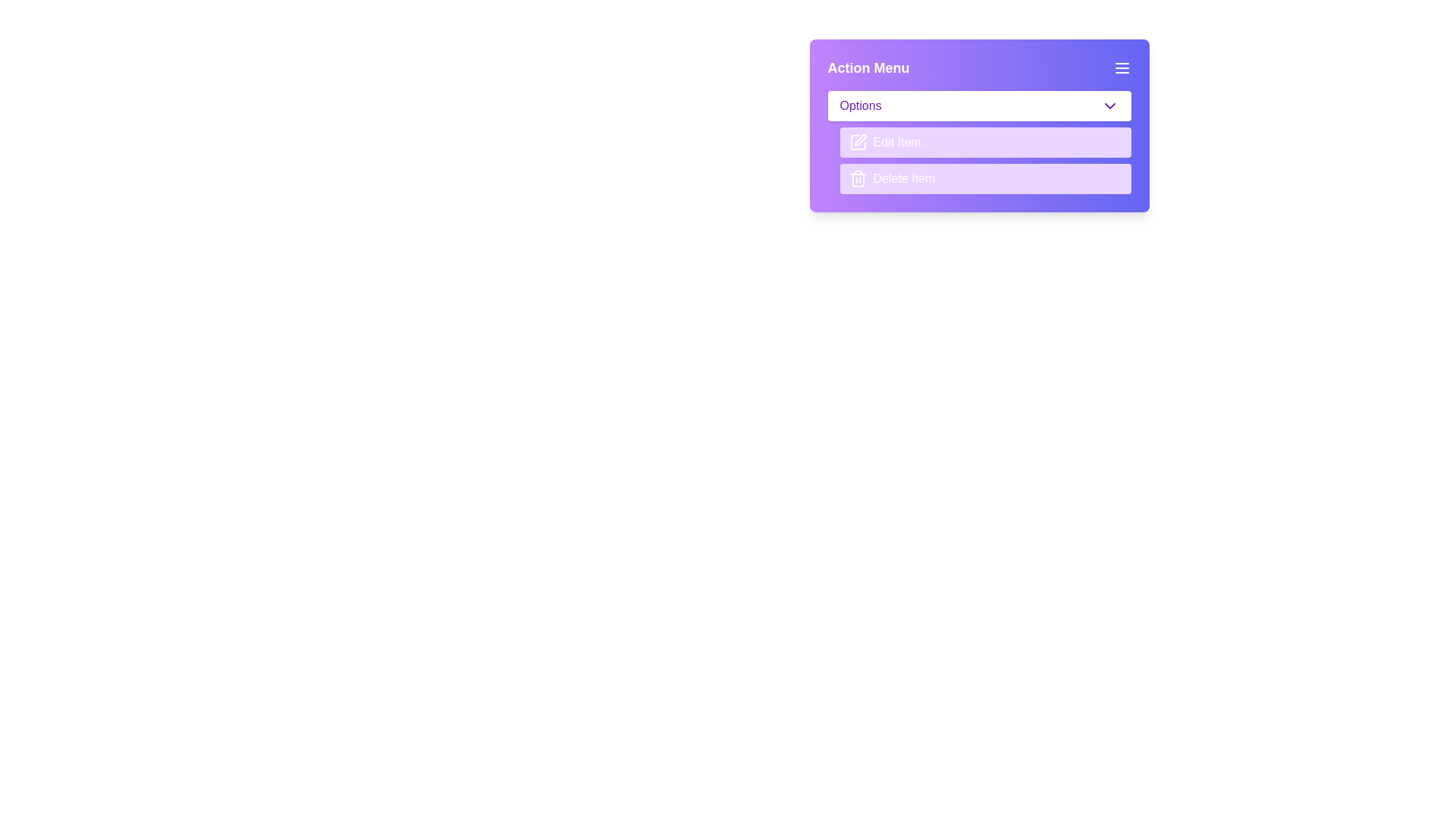 The width and height of the screenshot is (1456, 819). I want to click on the decorative icon that resembles a combination of a square and a pen, located to the left of the 'Edit Item' text in the Action Menu UI, so click(858, 143).